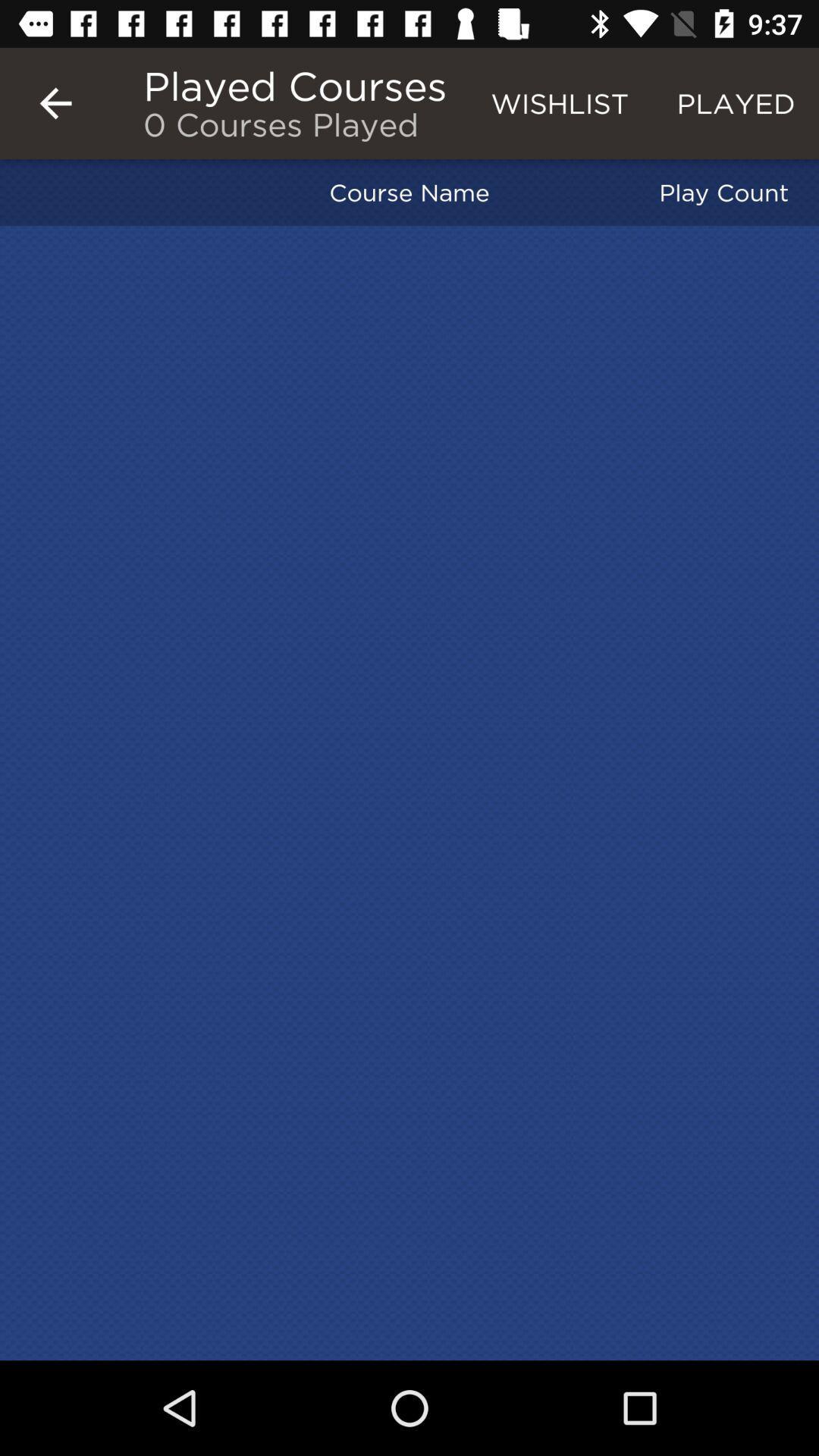 Image resolution: width=819 pixels, height=1456 pixels. I want to click on icon to the left of the played courses icon, so click(55, 102).